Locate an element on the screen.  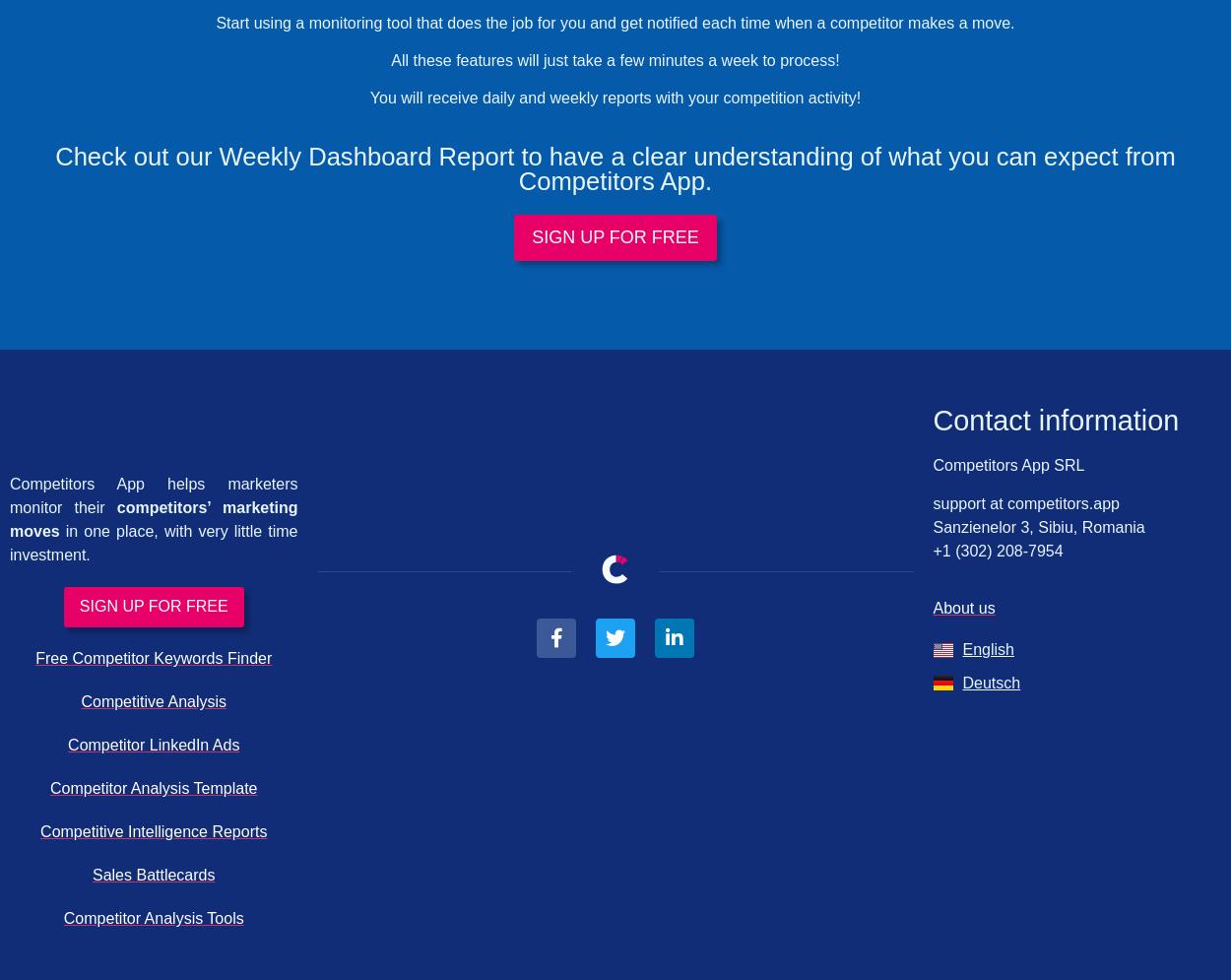
'Competitors App helps marketers monitor their' is located at coordinates (154, 493).